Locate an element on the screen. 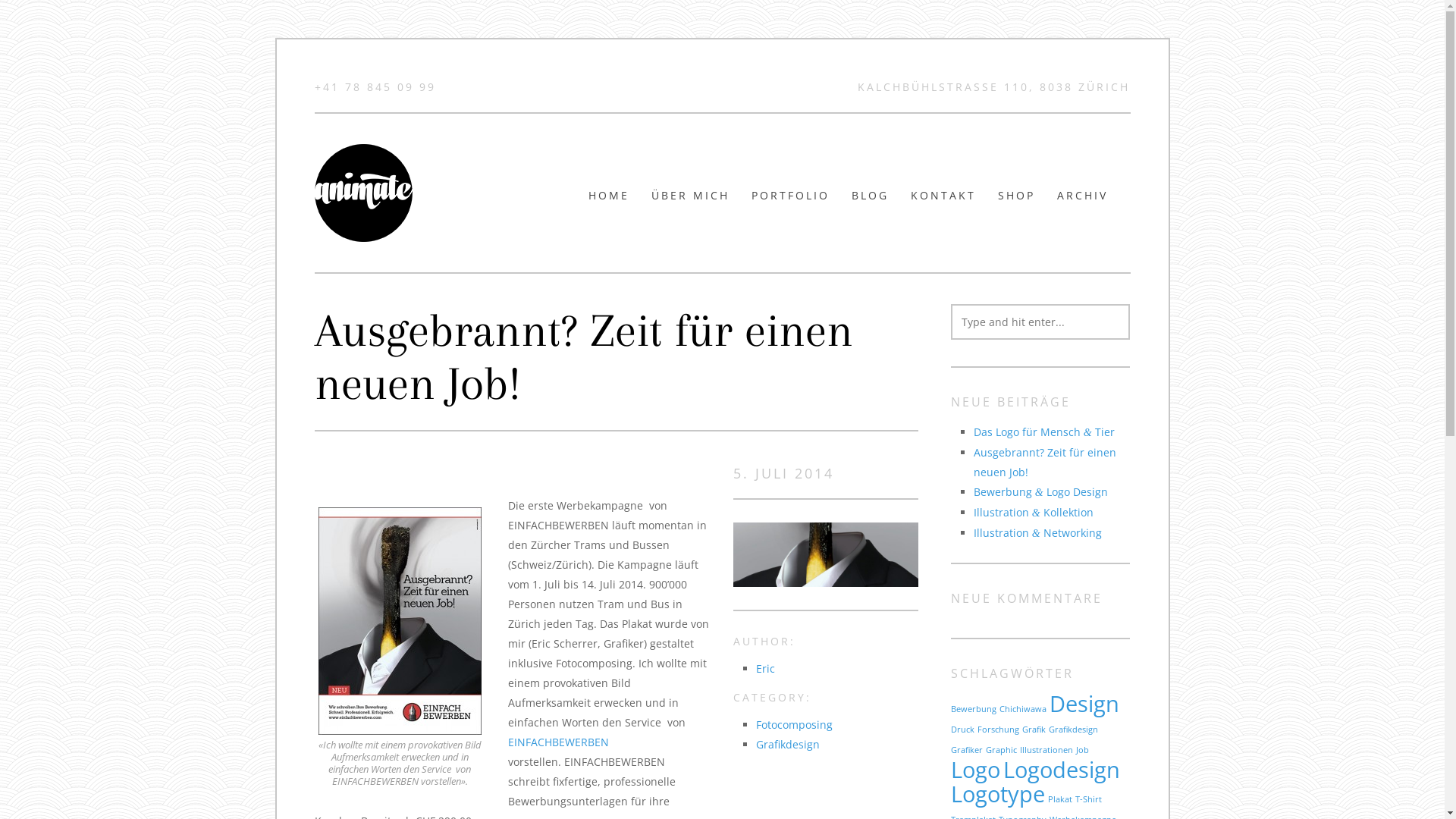 This screenshot has height=819, width=1456. 'HOME' is located at coordinates (588, 200).